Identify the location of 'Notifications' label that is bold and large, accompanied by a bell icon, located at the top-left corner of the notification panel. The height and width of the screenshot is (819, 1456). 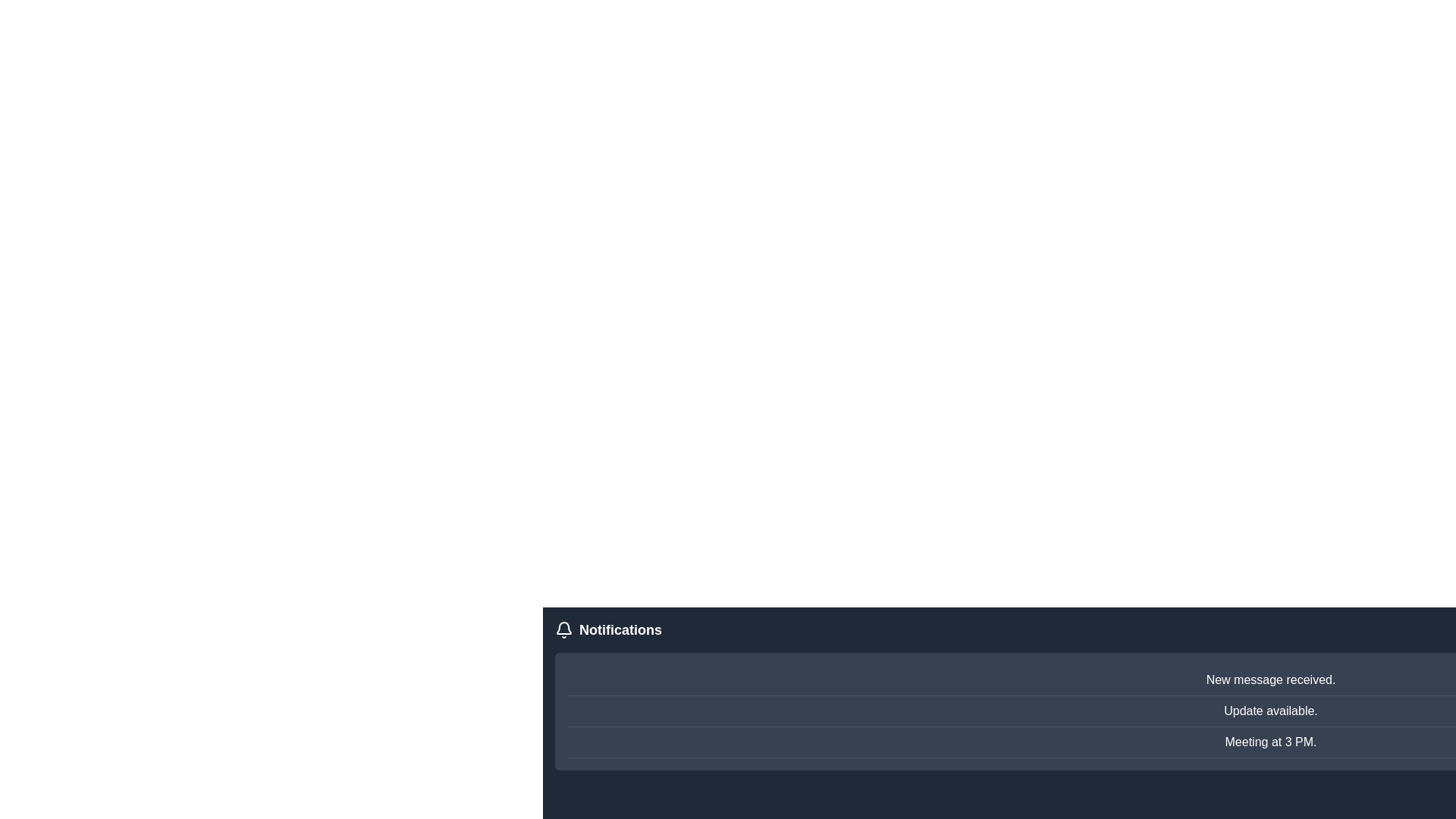
(608, 629).